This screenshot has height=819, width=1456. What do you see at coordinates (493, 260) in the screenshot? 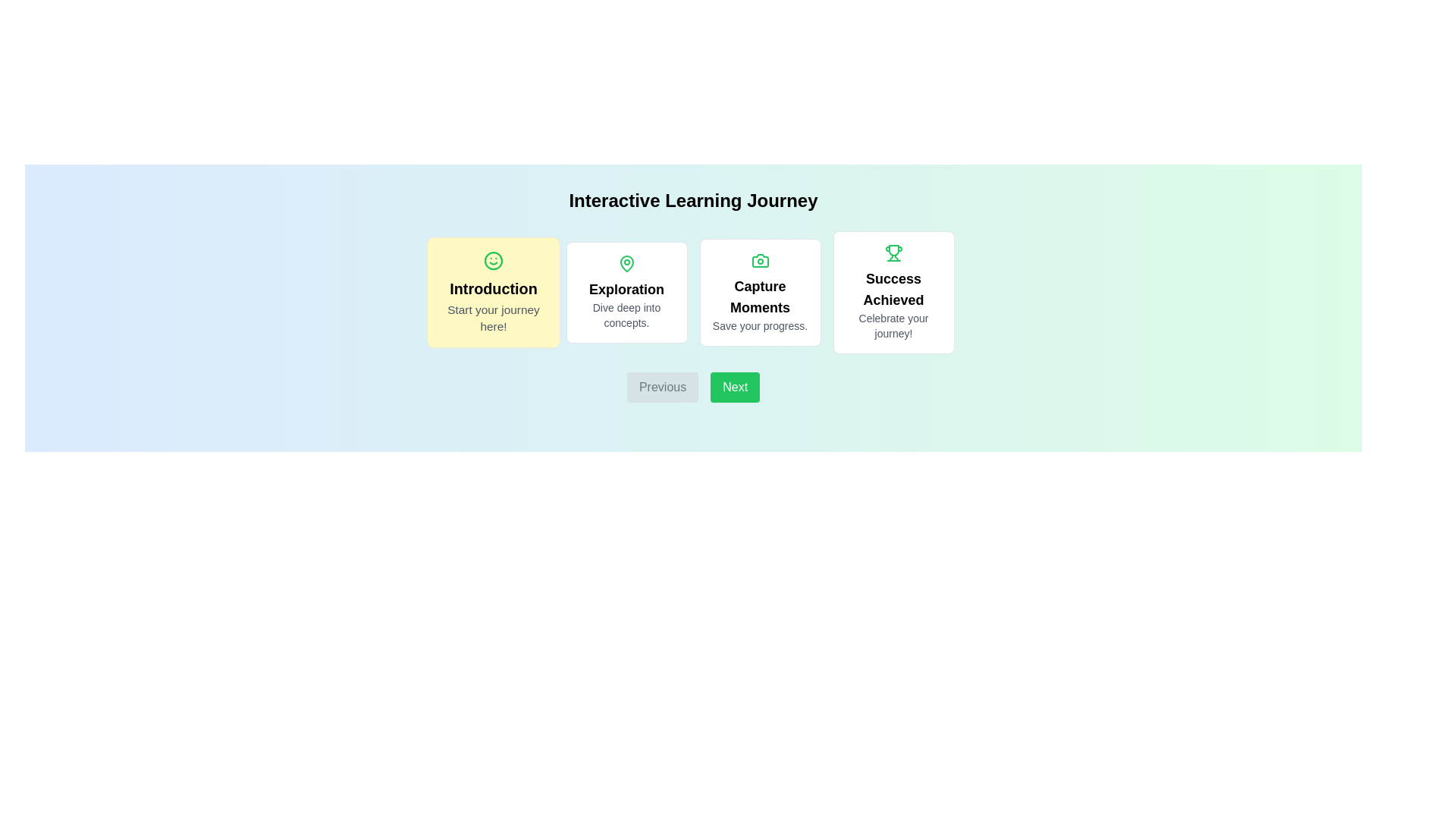
I see `the icon of the step card corresponding to Introduction` at bounding box center [493, 260].